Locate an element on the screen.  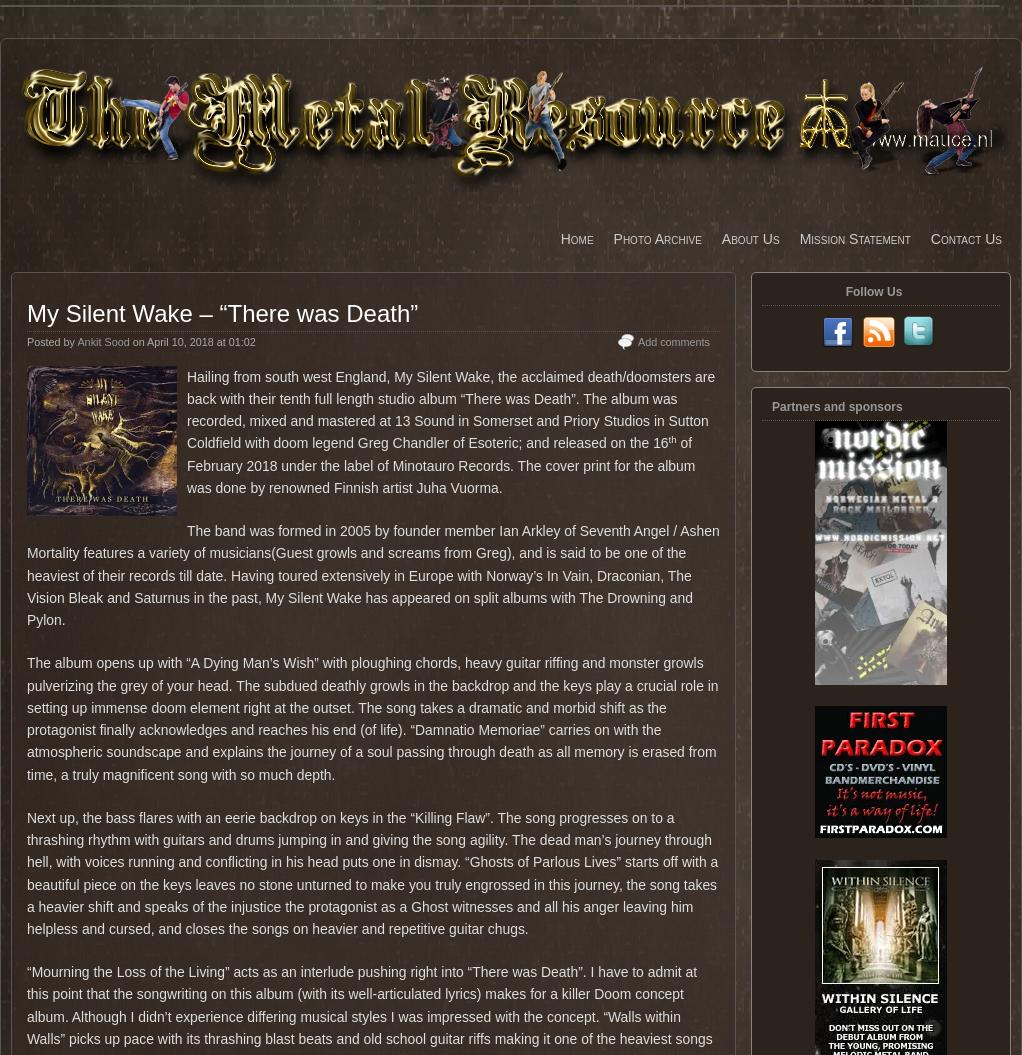
'Hailing from south west England, My Silent Wake, the acclaimed death/doomsters are back with their tenth full length studio album “There was Death”. The album was recorded, mixed and mastered at 13 Sound in Somerset and Priory Studios in Sutton Coldfield with doom legend Greg Chandler of Esoteric; and released on the 16' is located at coordinates (187, 409).